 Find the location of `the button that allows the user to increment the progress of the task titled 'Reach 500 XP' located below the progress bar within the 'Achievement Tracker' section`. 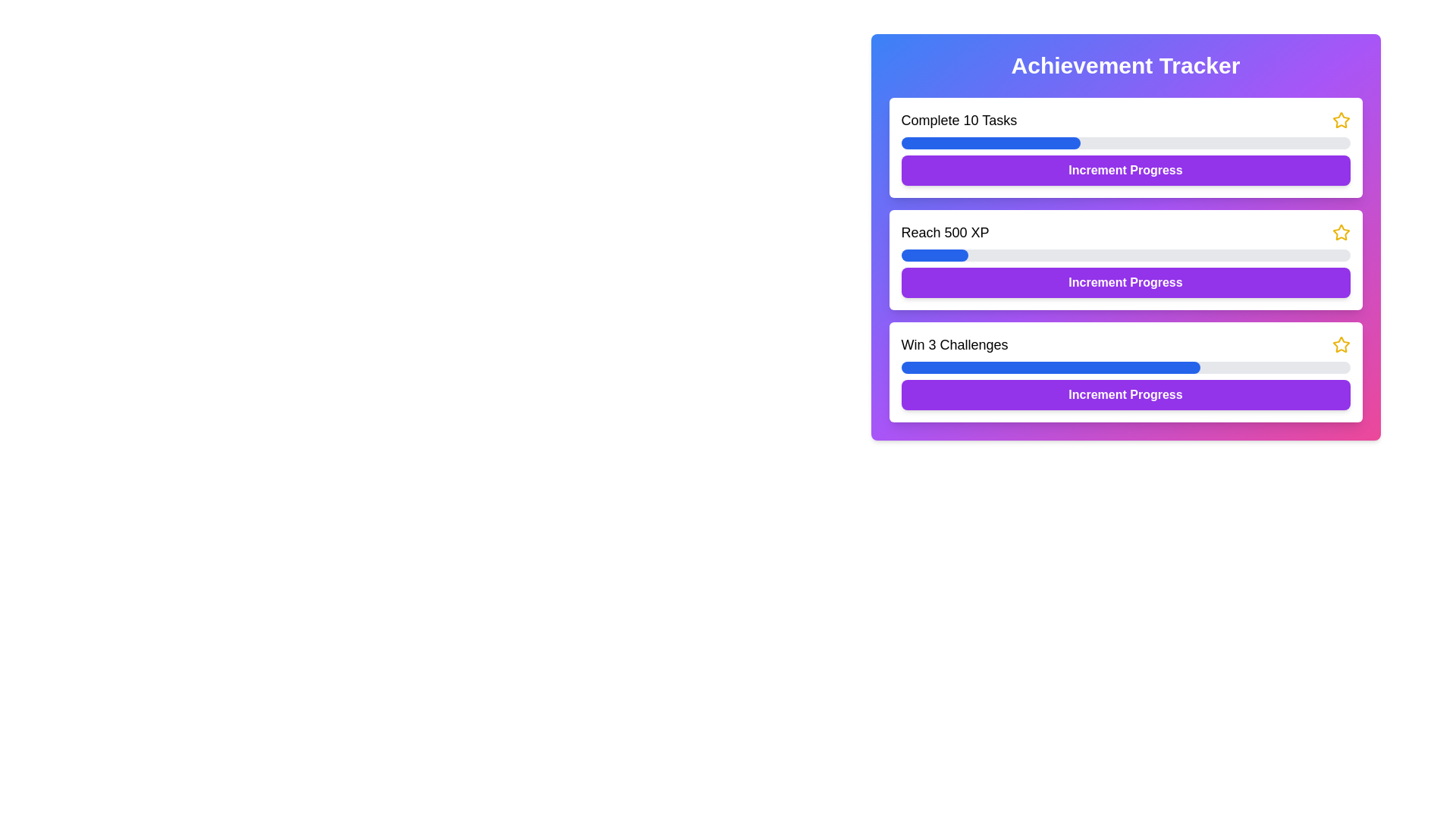

the button that allows the user to increment the progress of the task titled 'Reach 500 XP' located below the progress bar within the 'Achievement Tracker' section is located at coordinates (1125, 283).